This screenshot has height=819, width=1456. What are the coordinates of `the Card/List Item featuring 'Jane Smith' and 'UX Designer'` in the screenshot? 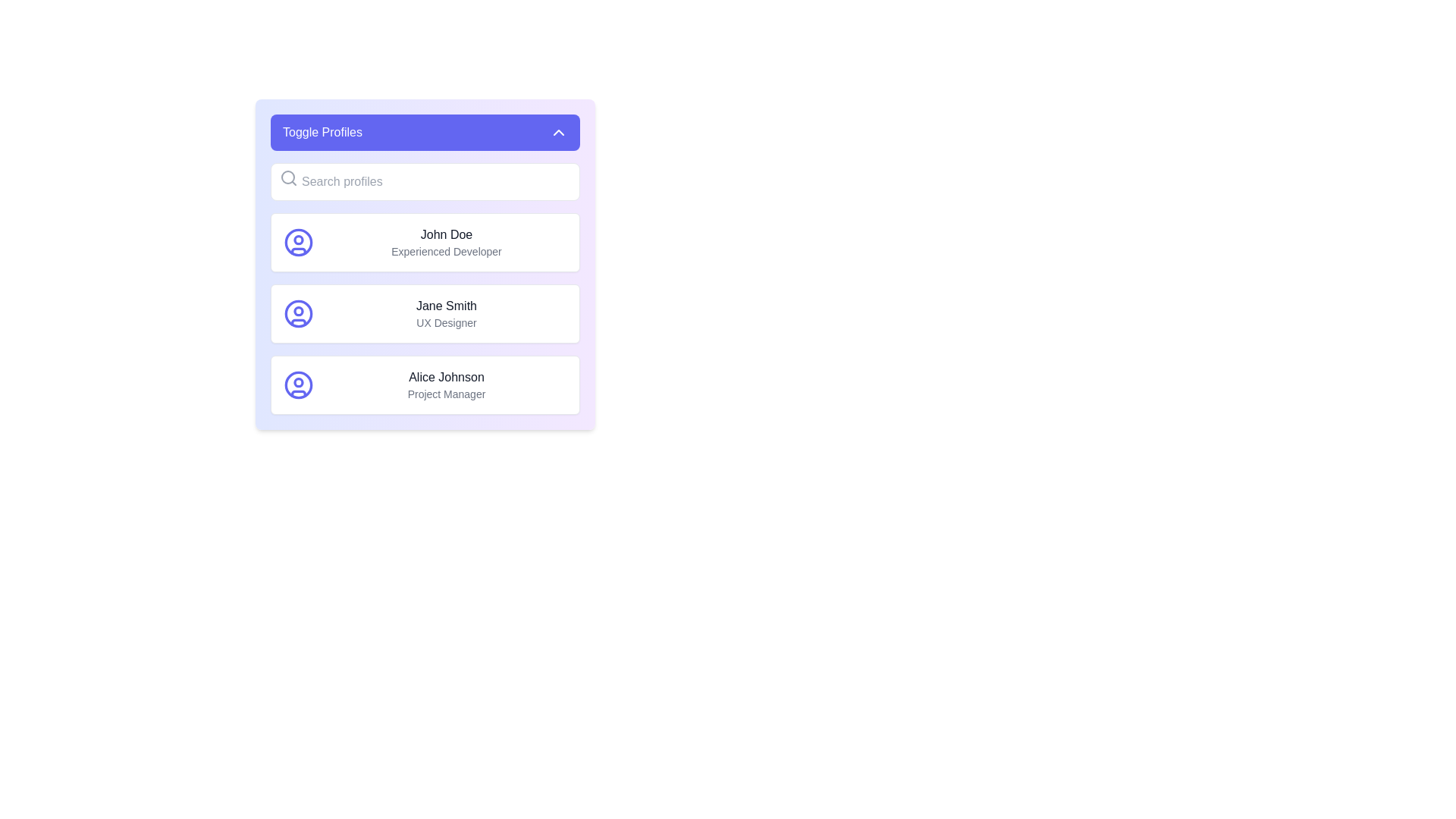 It's located at (425, 312).